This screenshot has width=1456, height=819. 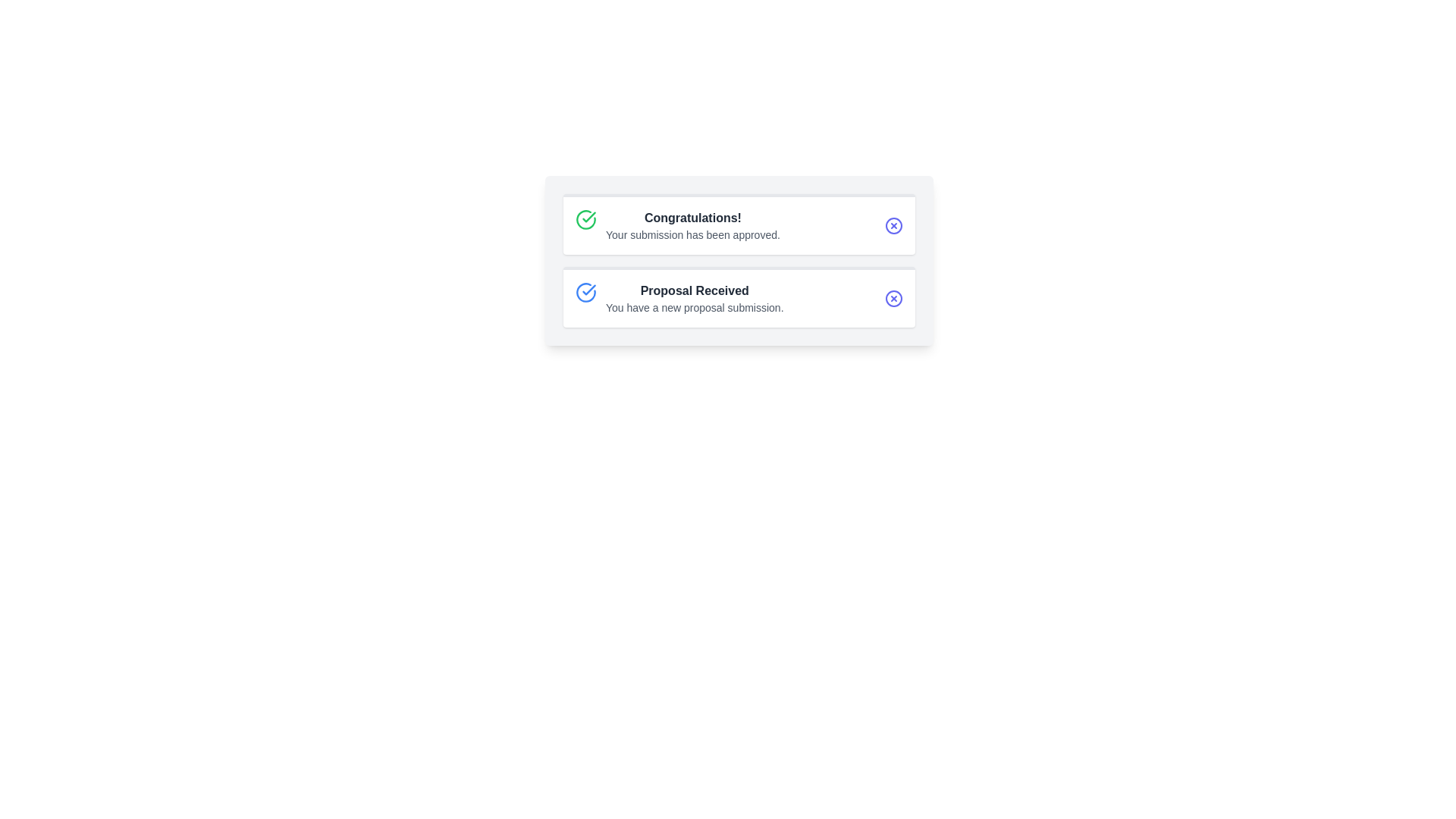 What do you see at coordinates (694, 291) in the screenshot?
I see `bolded dark gray text label that states 'Proposal Received', located in the upper portion of the second notification card` at bounding box center [694, 291].